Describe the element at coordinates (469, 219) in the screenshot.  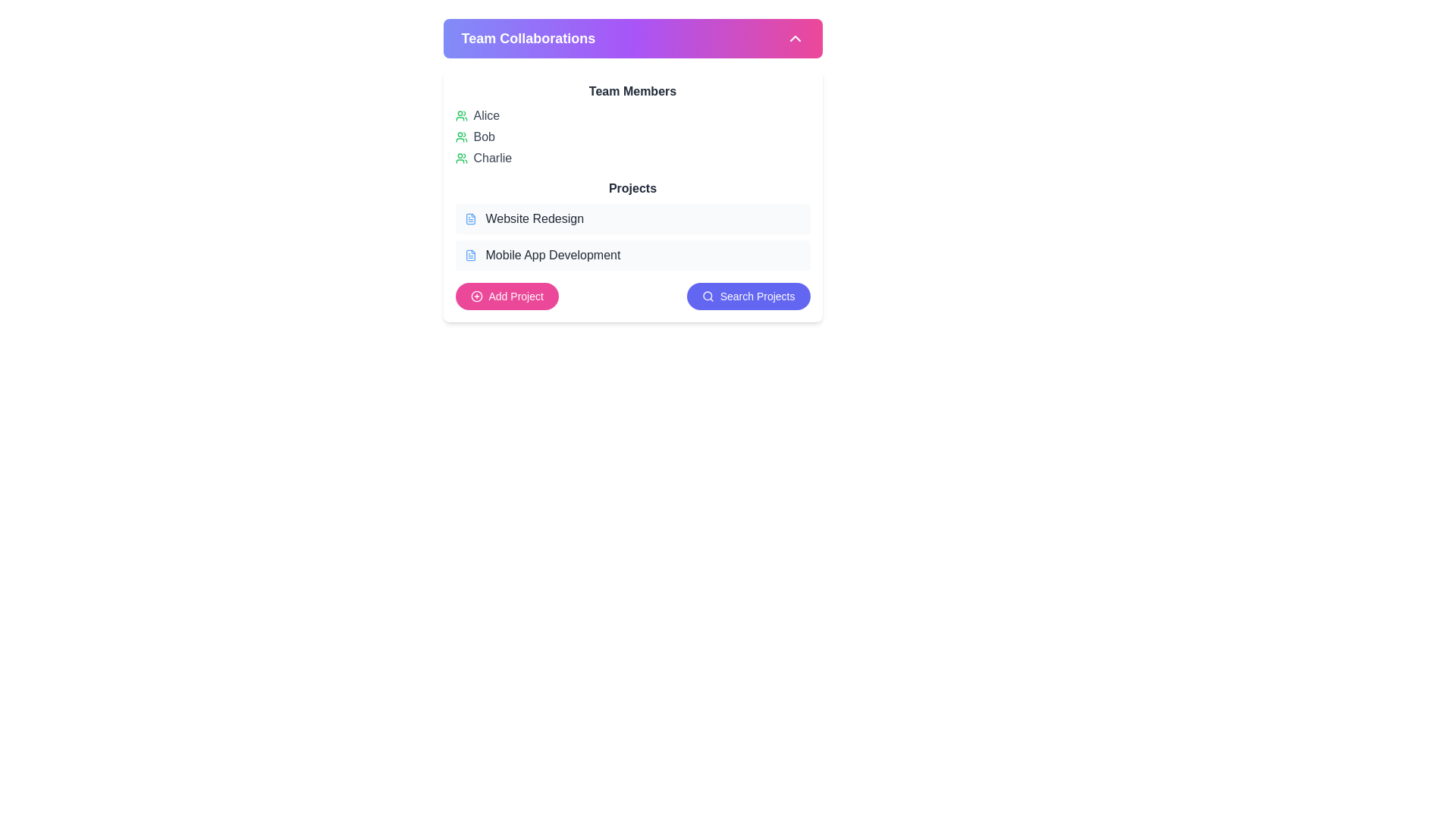
I see `the light blue document icon located at the leftmost side of the 'Website Redesign' row in the 'Projects' section, which is visually aligned with the text 'Website Redesign'` at that location.